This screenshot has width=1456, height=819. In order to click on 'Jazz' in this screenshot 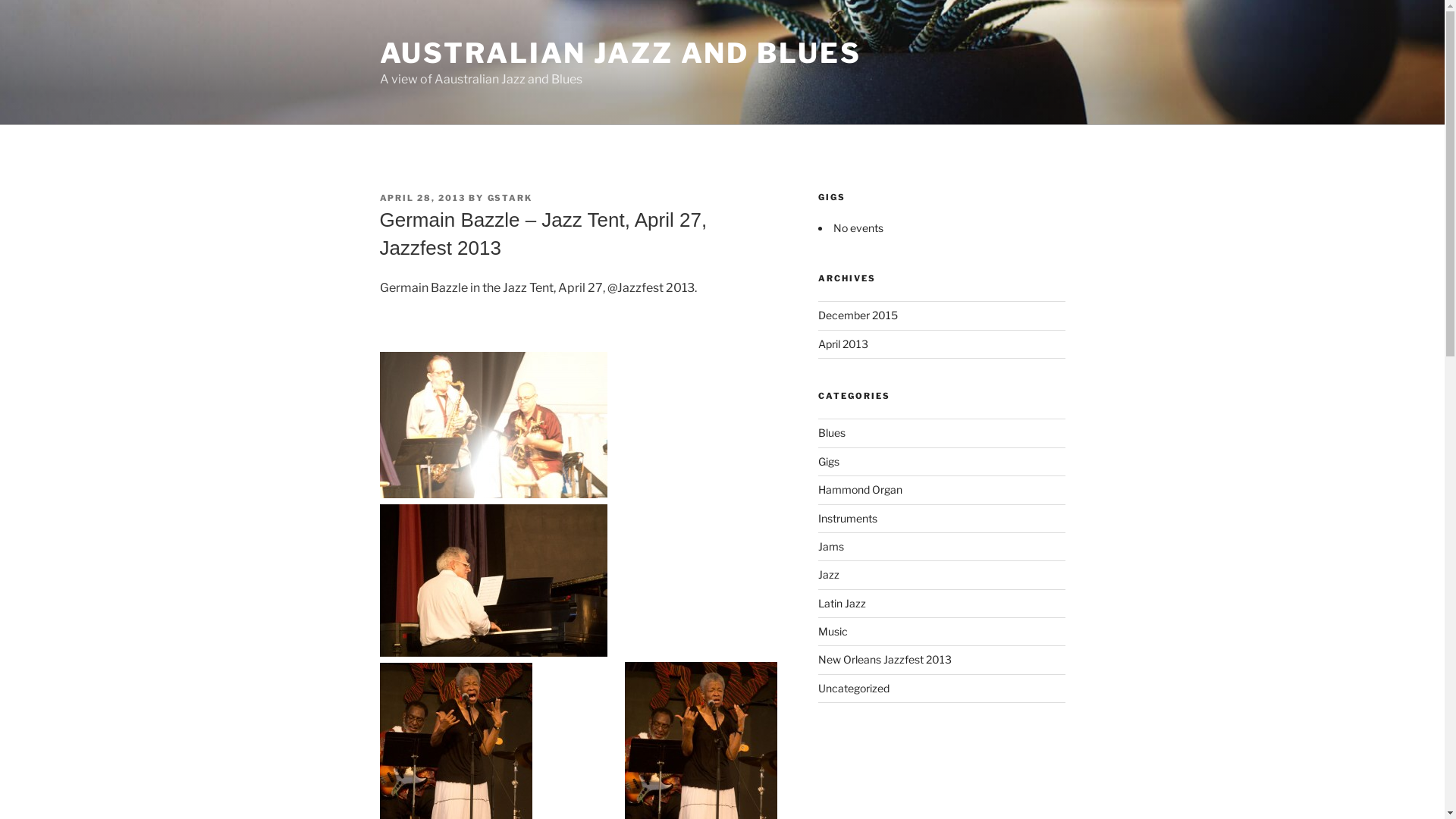, I will do `click(828, 574)`.